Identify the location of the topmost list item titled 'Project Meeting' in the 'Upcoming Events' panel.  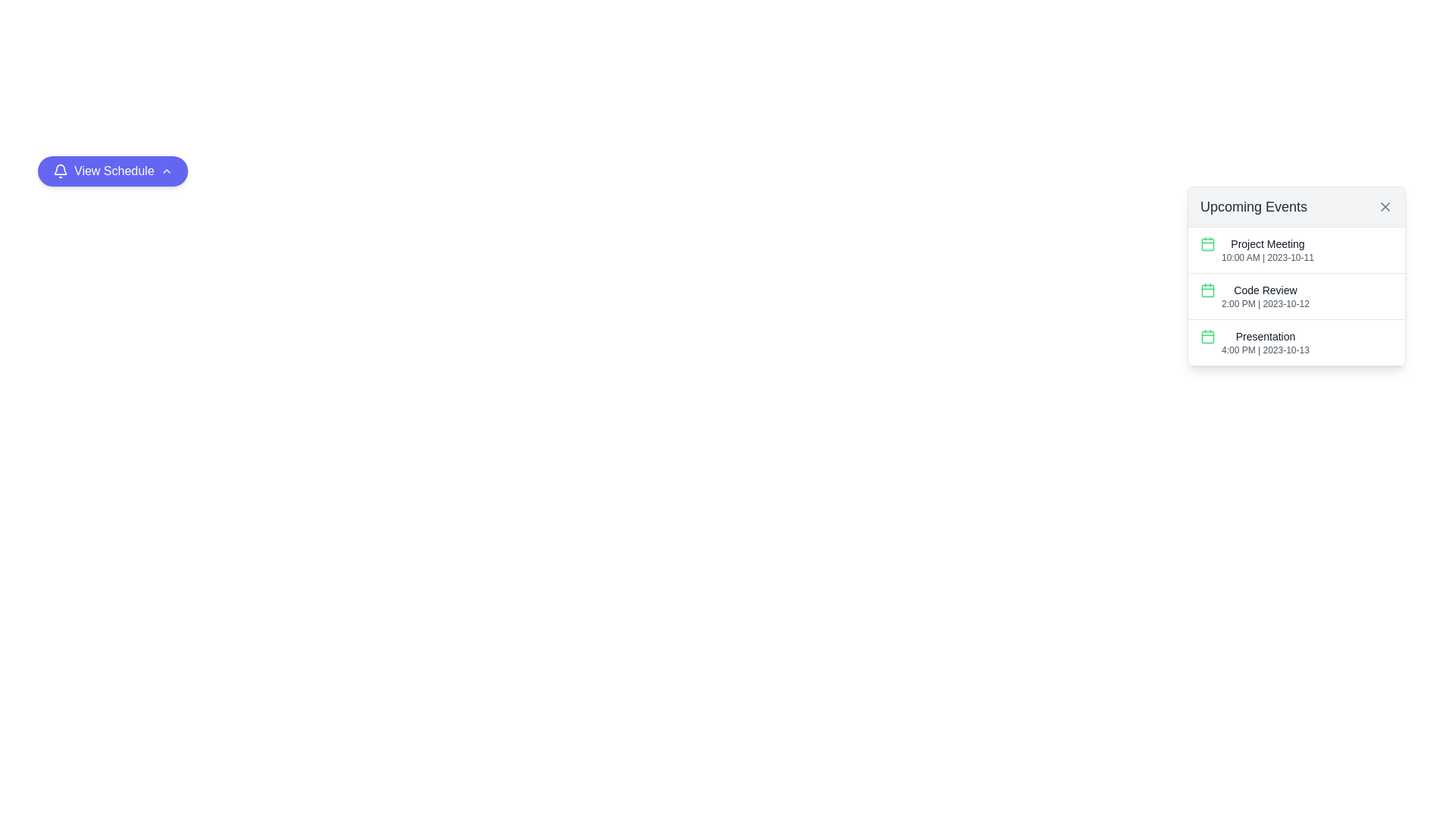
(1295, 249).